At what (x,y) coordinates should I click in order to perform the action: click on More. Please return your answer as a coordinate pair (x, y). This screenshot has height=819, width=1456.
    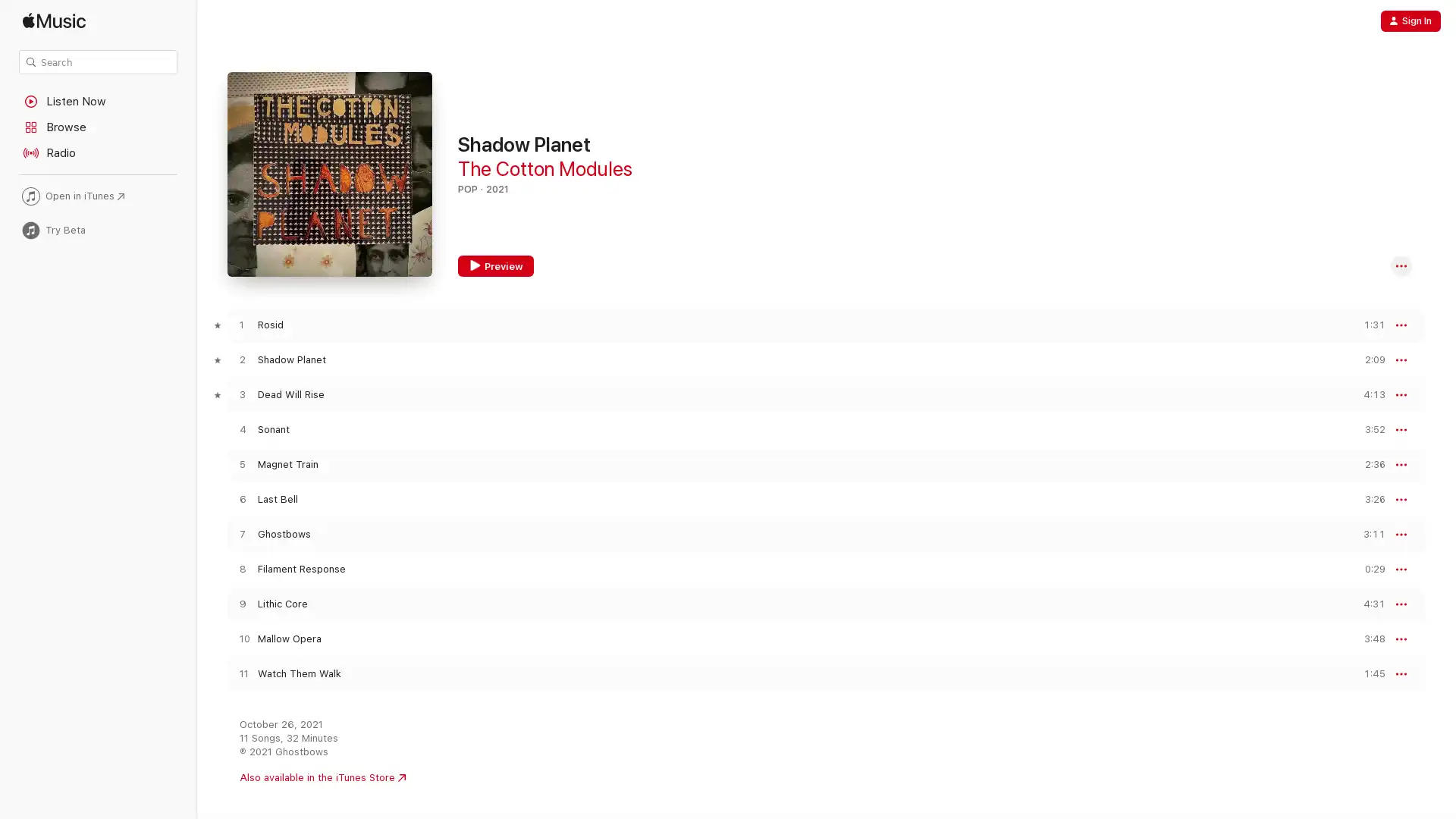
    Looking at the image, I should click on (1401, 265).